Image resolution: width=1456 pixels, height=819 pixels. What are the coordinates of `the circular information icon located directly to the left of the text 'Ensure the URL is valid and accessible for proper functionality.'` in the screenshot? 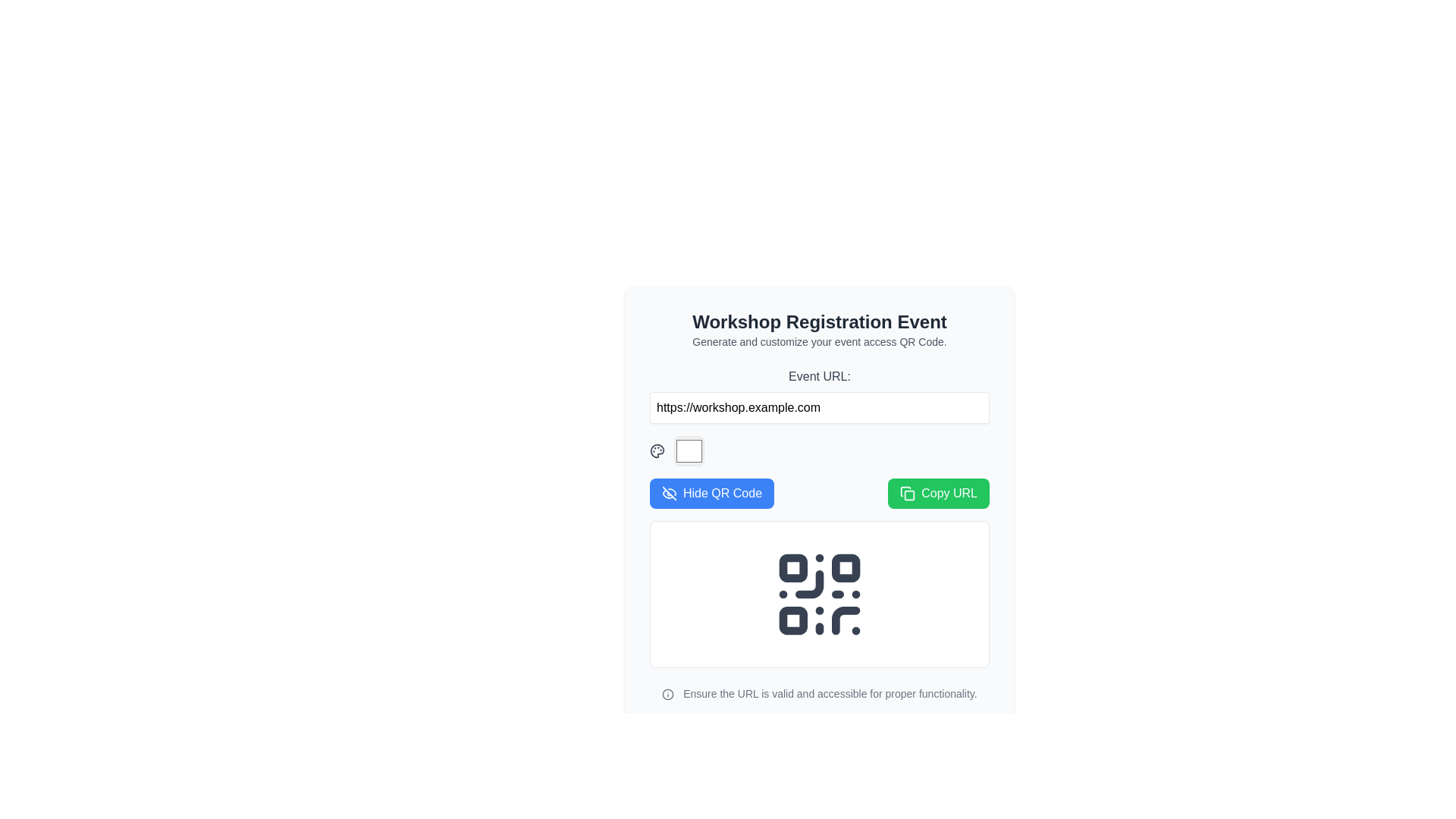 It's located at (667, 695).